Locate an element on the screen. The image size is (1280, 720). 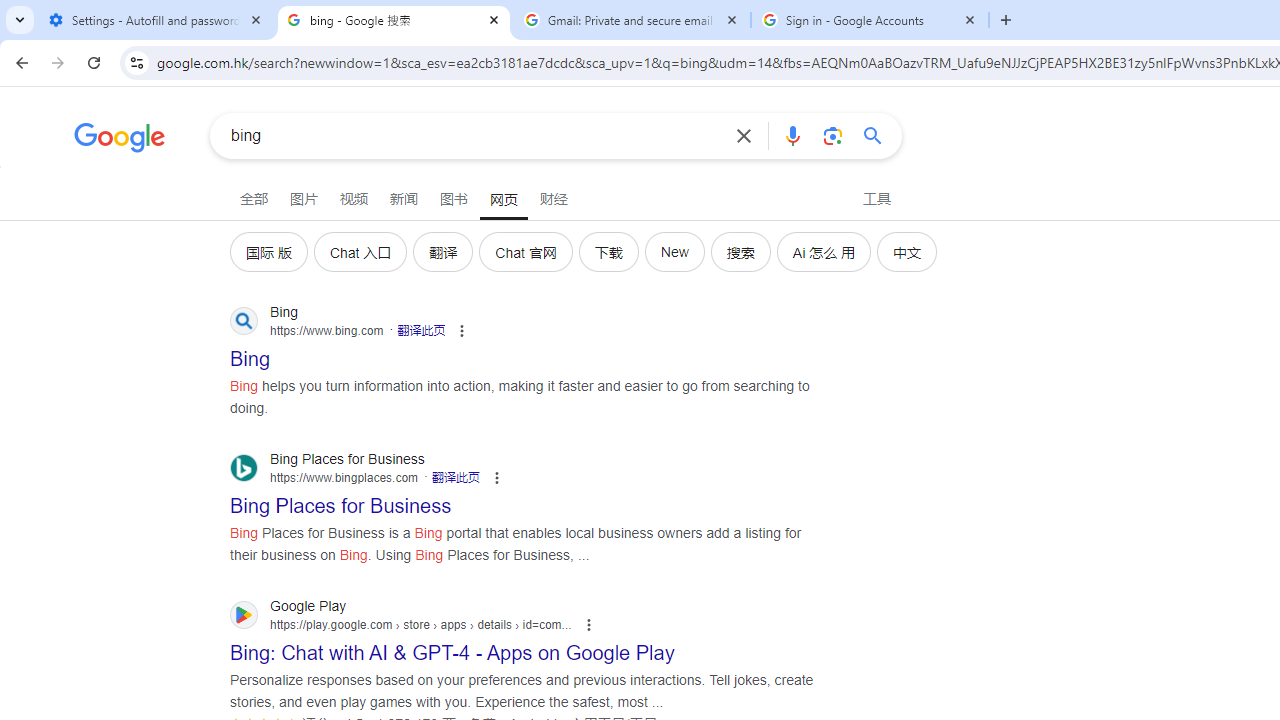
'Settings - Autofill and passwords' is located at coordinates (155, 20).